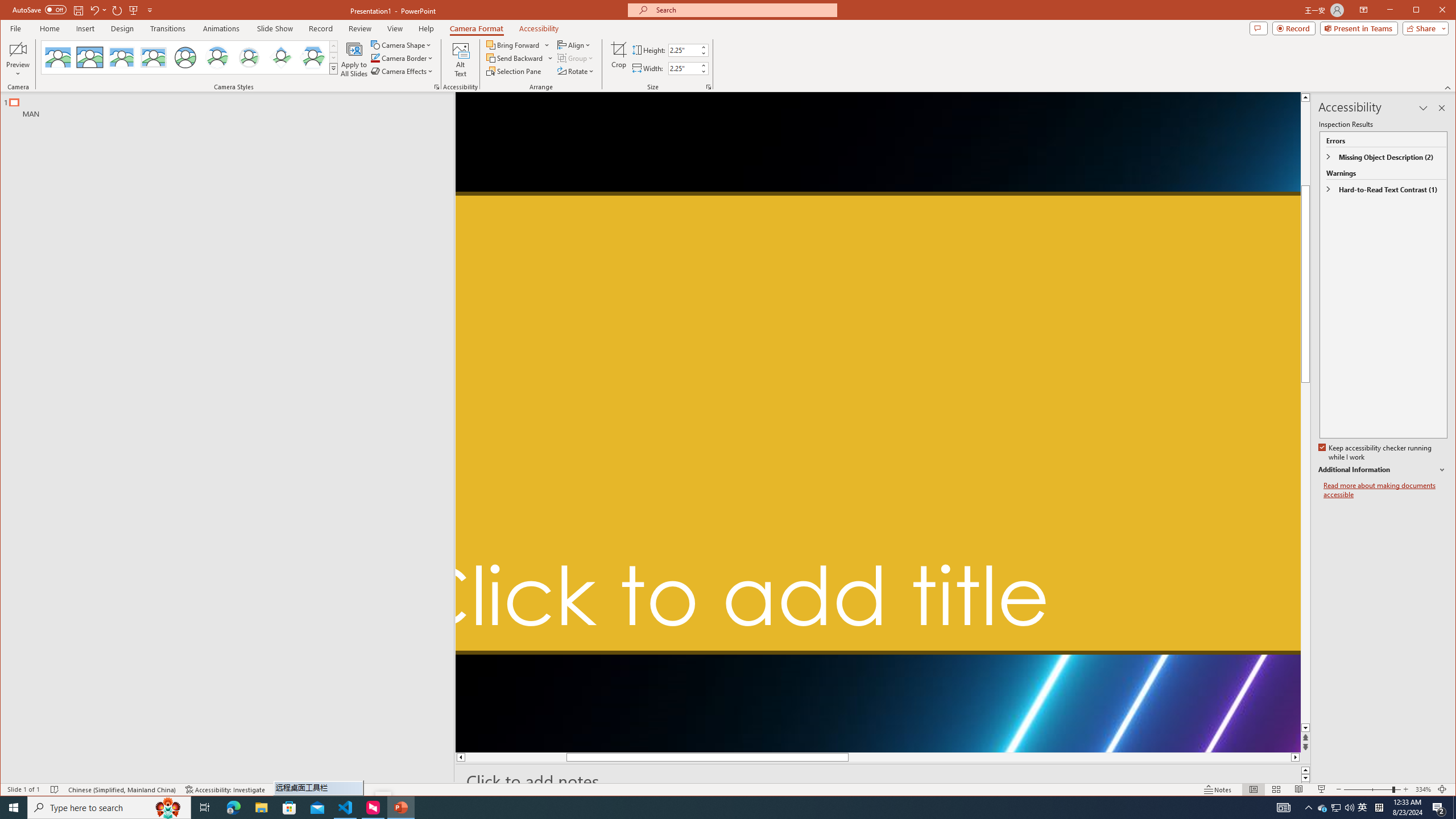 The image size is (1456, 819). I want to click on 'Simple Frame Rectangle', so click(90, 57).